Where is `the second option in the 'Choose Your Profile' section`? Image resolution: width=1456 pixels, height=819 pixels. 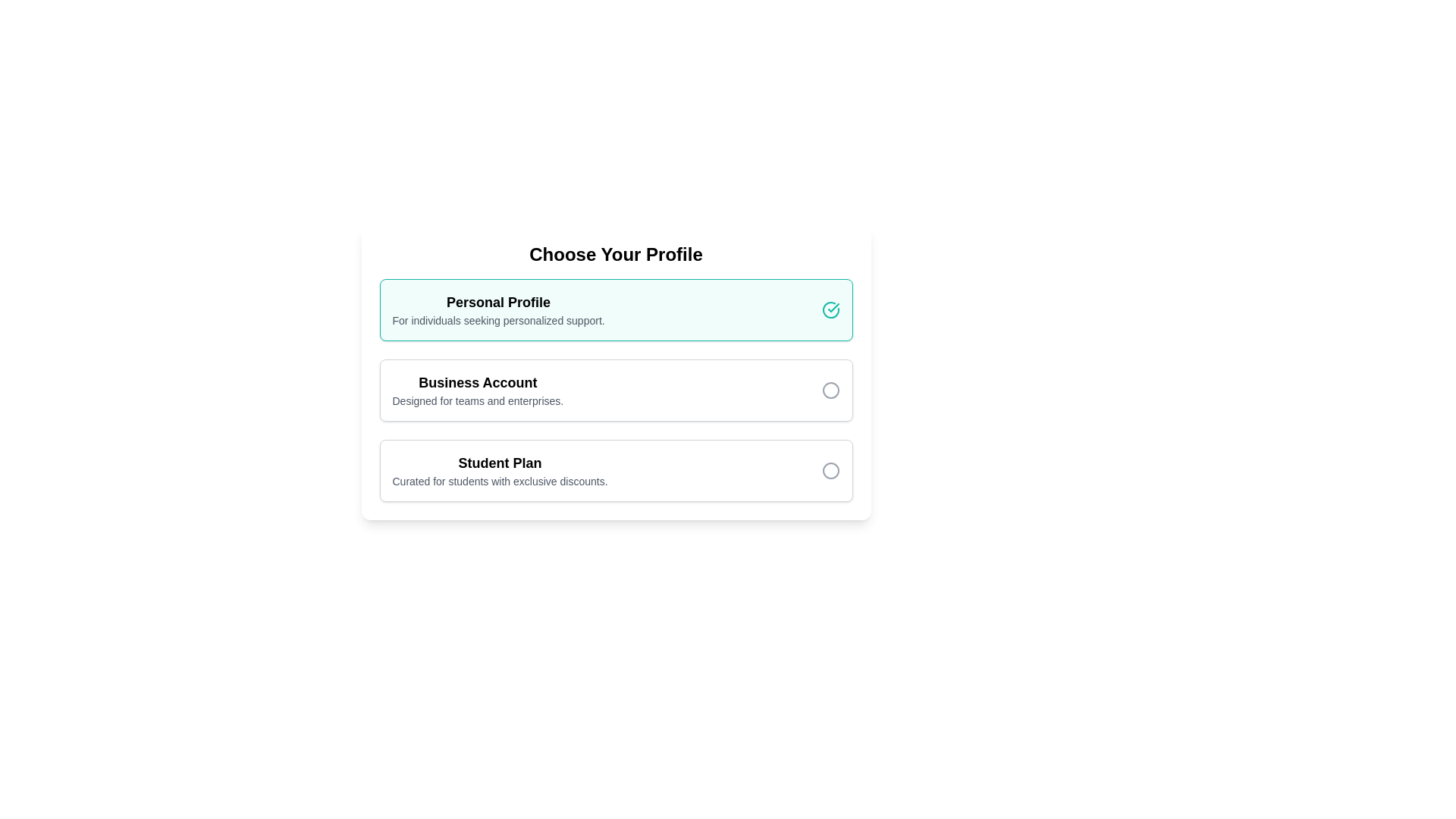
the second option in the 'Choose Your Profile' section is located at coordinates (616, 372).